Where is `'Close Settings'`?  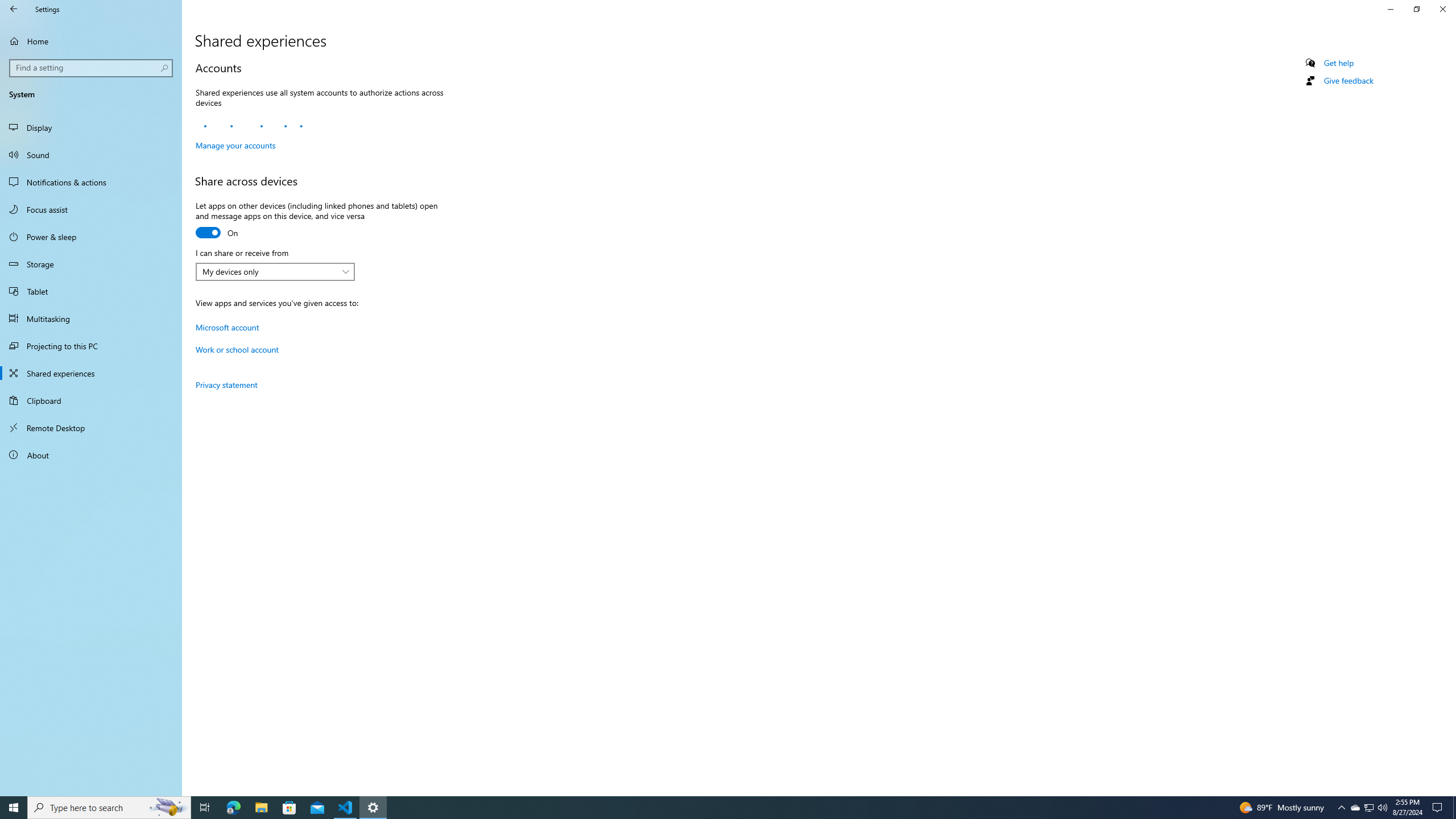 'Close Settings' is located at coordinates (1442, 9).